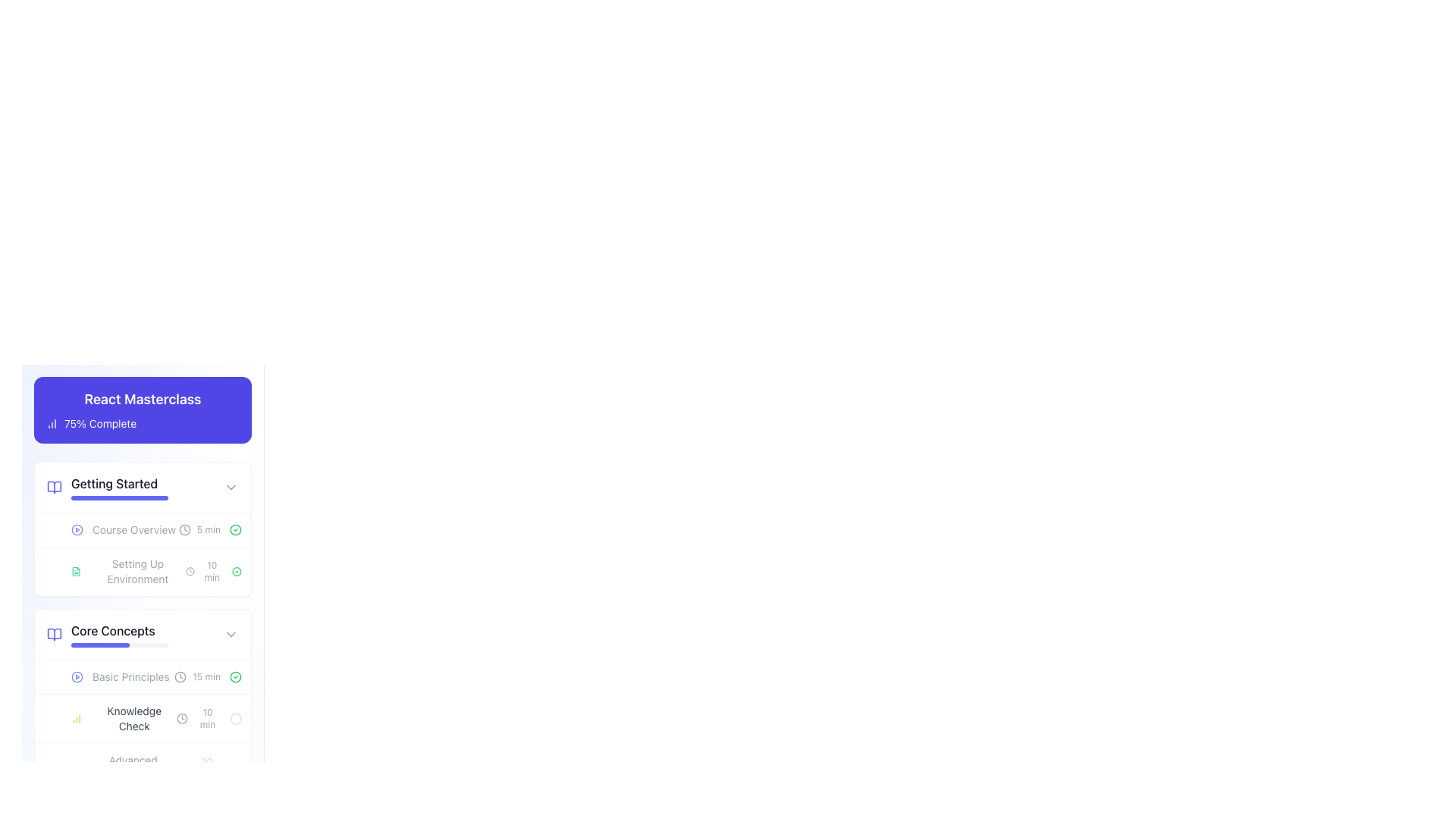 The image size is (1456, 819). Describe the element at coordinates (143, 676) in the screenshot. I see `the interactive list item representing the course lesson titled 'Basic Principles'` at that location.